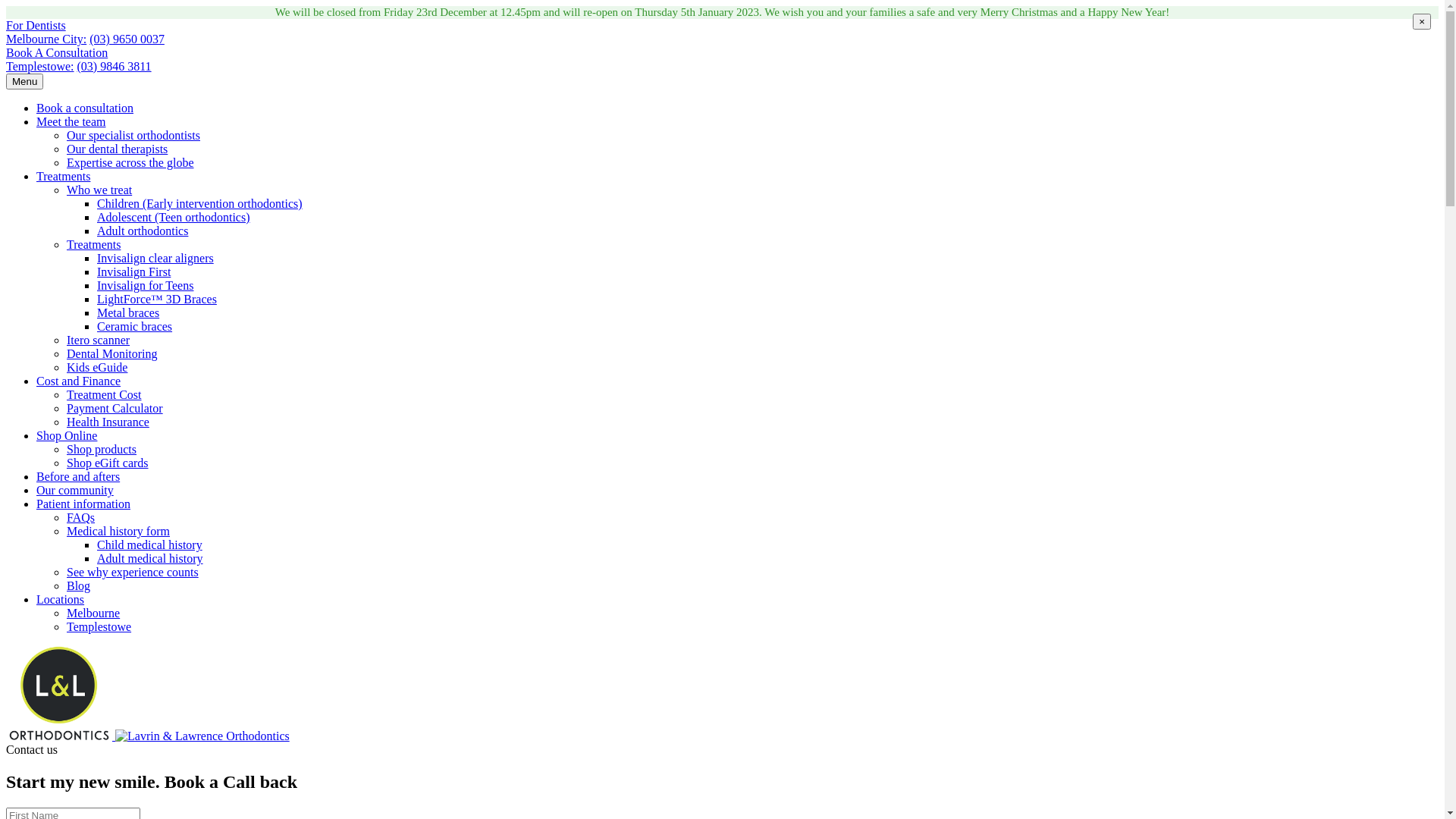 The image size is (1456, 819). What do you see at coordinates (155, 257) in the screenshot?
I see `'Invisalign clear aligners'` at bounding box center [155, 257].